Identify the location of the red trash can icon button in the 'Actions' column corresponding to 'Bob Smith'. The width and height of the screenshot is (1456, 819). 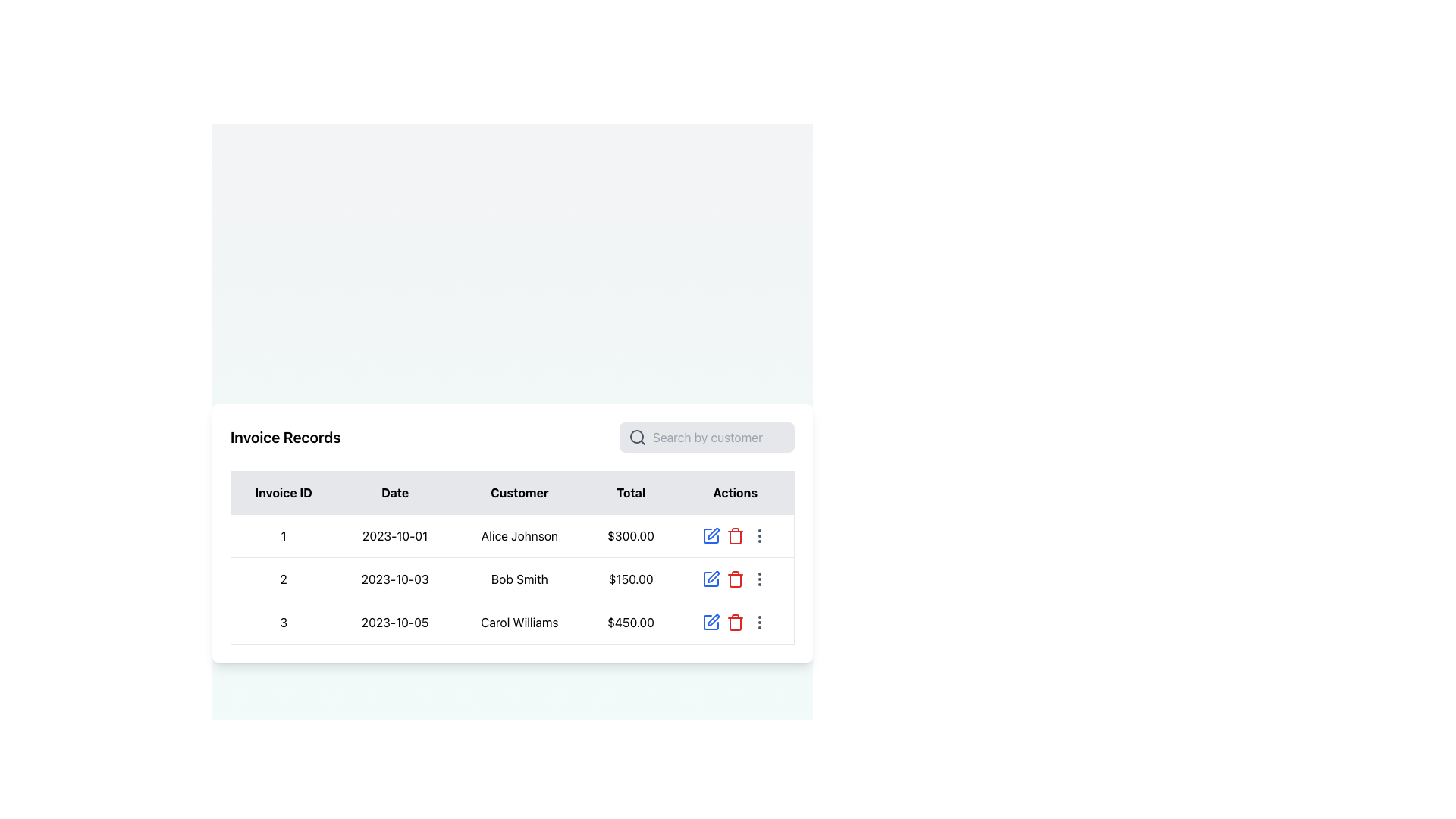
(735, 579).